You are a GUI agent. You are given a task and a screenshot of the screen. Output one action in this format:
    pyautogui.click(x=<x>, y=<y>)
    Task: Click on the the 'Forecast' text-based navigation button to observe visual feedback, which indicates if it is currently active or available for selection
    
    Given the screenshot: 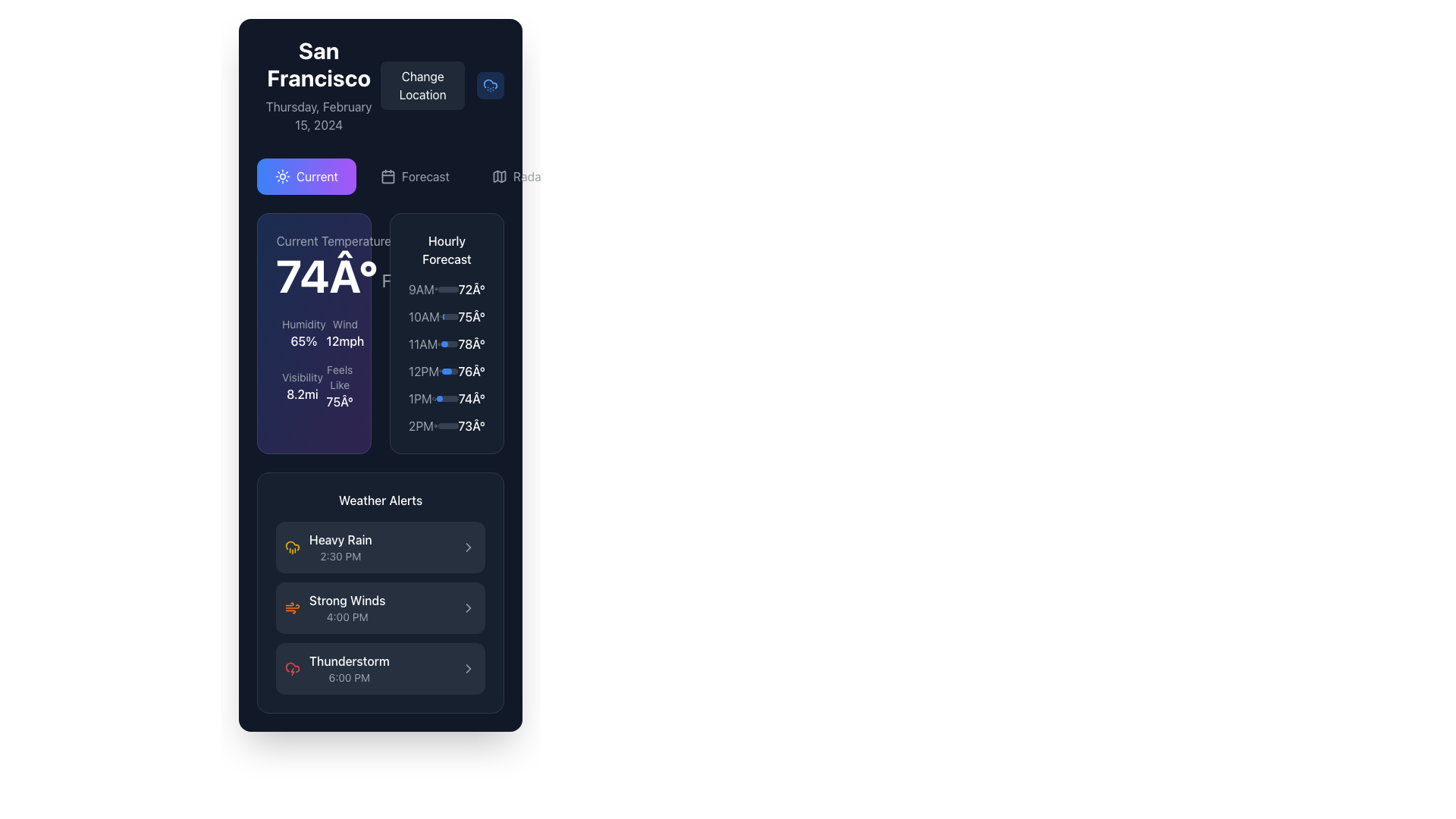 What is the action you would take?
    pyautogui.click(x=425, y=175)
    